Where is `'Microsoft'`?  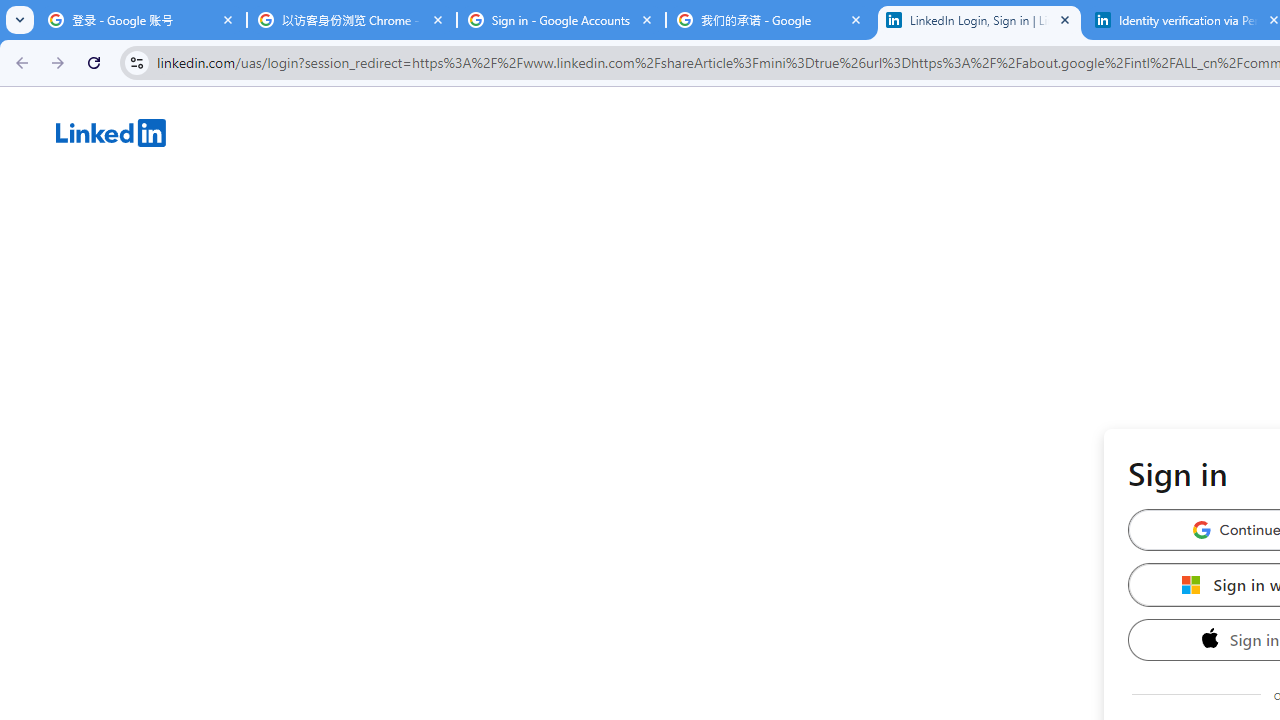
'Microsoft' is located at coordinates (1191, 584).